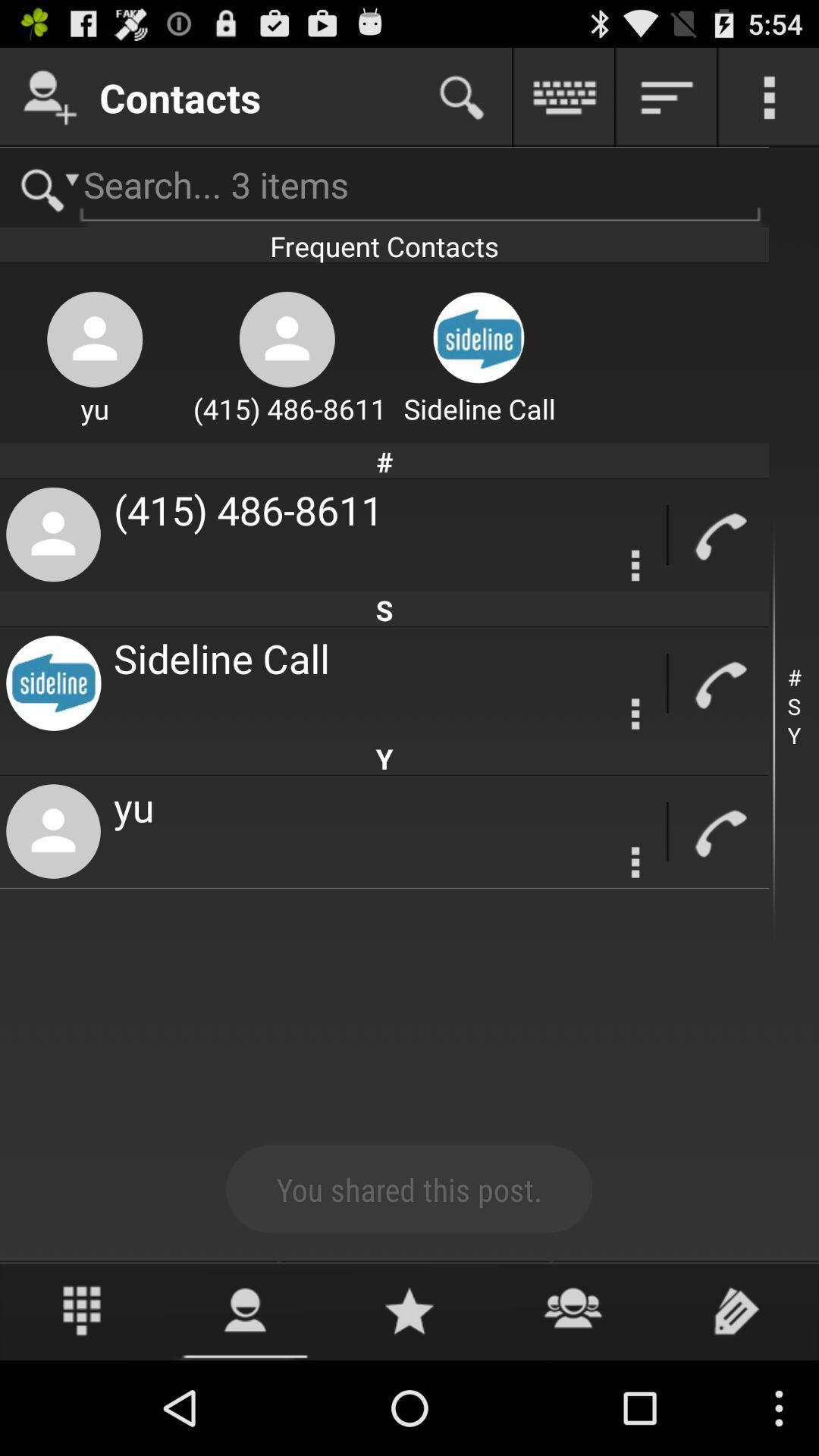 This screenshot has width=819, height=1456. I want to click on profile, so click(49, 96).